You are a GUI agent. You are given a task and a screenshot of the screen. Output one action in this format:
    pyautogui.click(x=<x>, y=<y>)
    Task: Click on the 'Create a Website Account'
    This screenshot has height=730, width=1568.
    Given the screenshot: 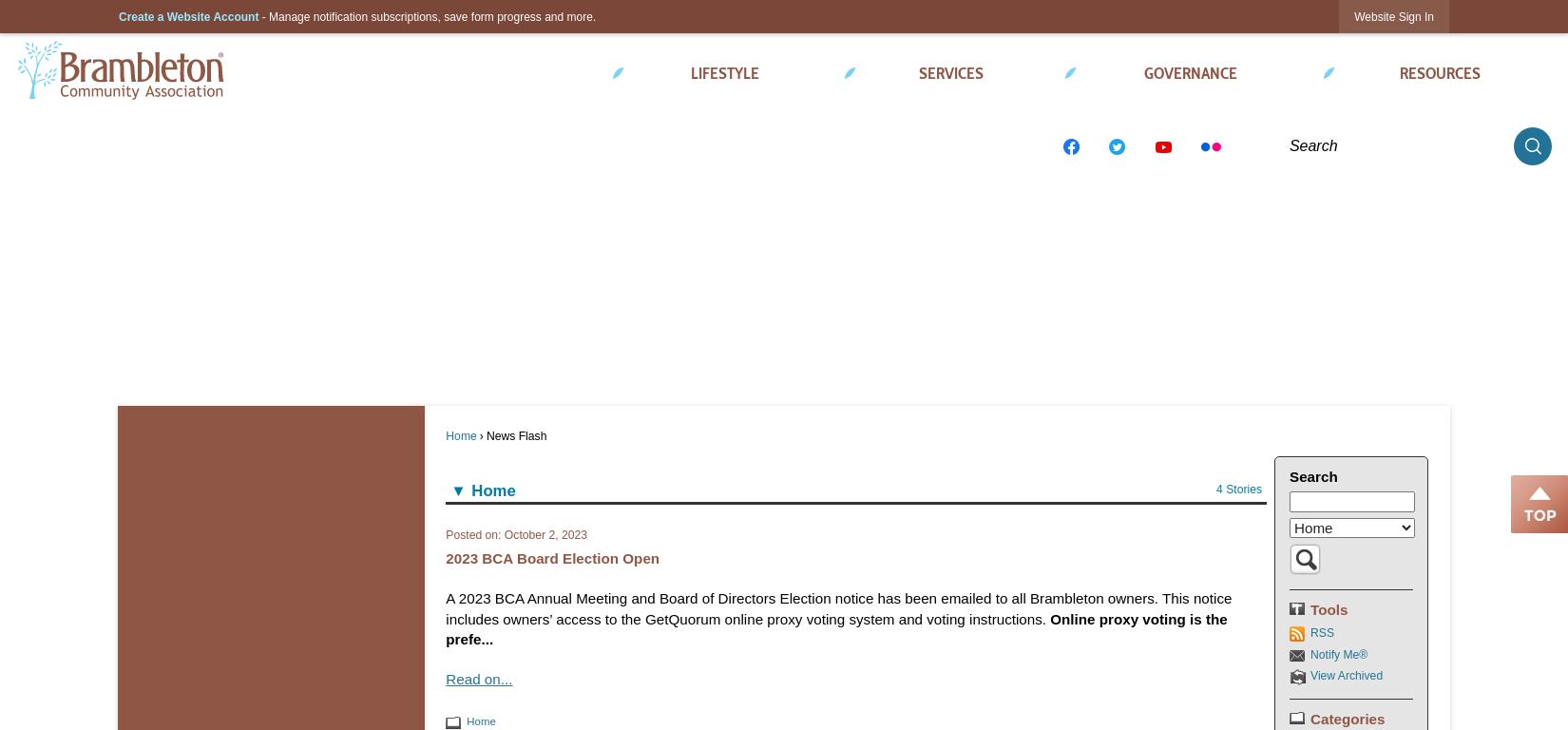 What is the action you would take?
    pyautogui.click(x=119, y=15)
    